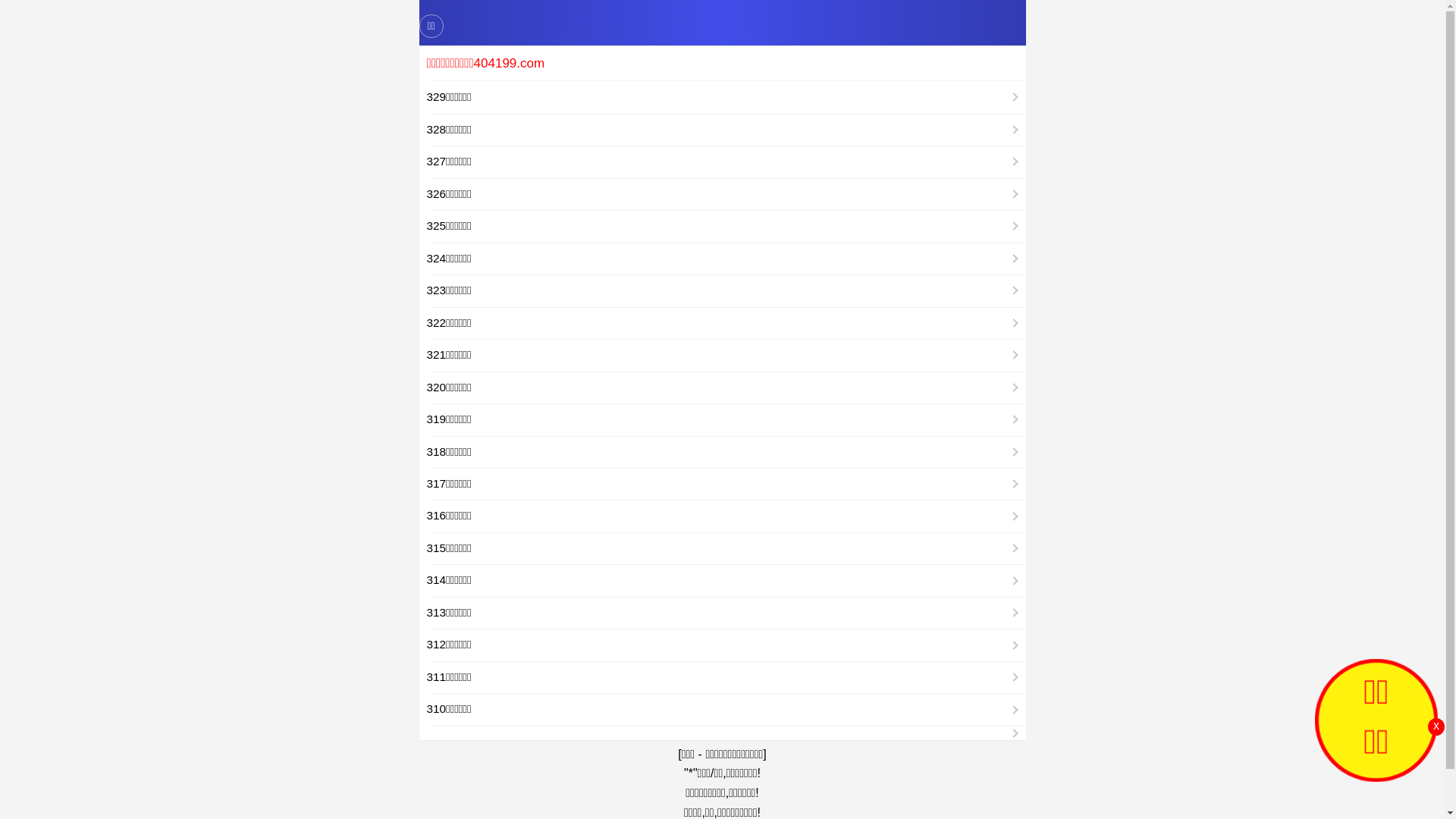 The image size is (1456, 819). I want to click on 'x', so click(1436, 726).